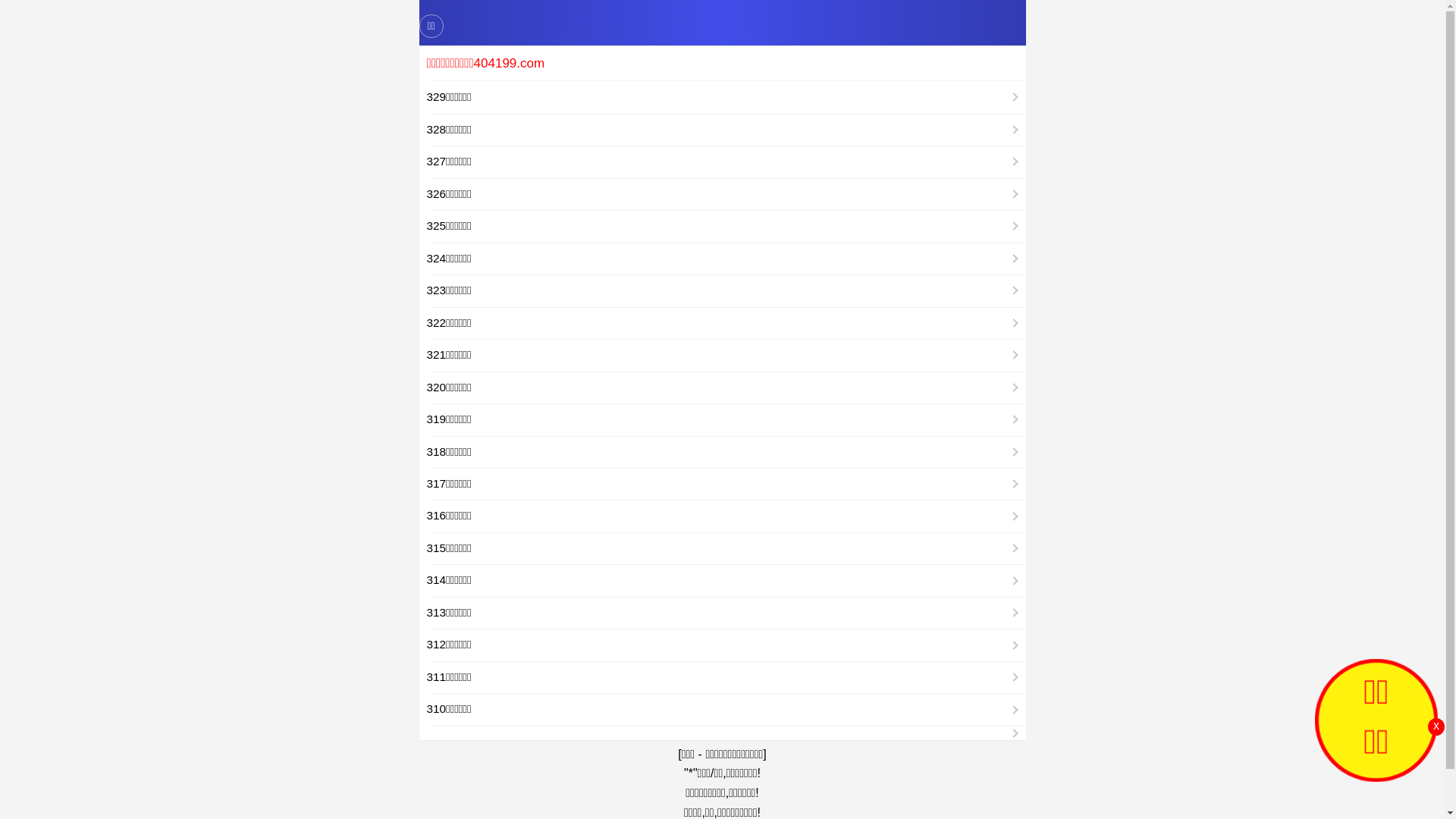 The image size is (1456, 819). I want to click on 'x', so click(1436, 726).